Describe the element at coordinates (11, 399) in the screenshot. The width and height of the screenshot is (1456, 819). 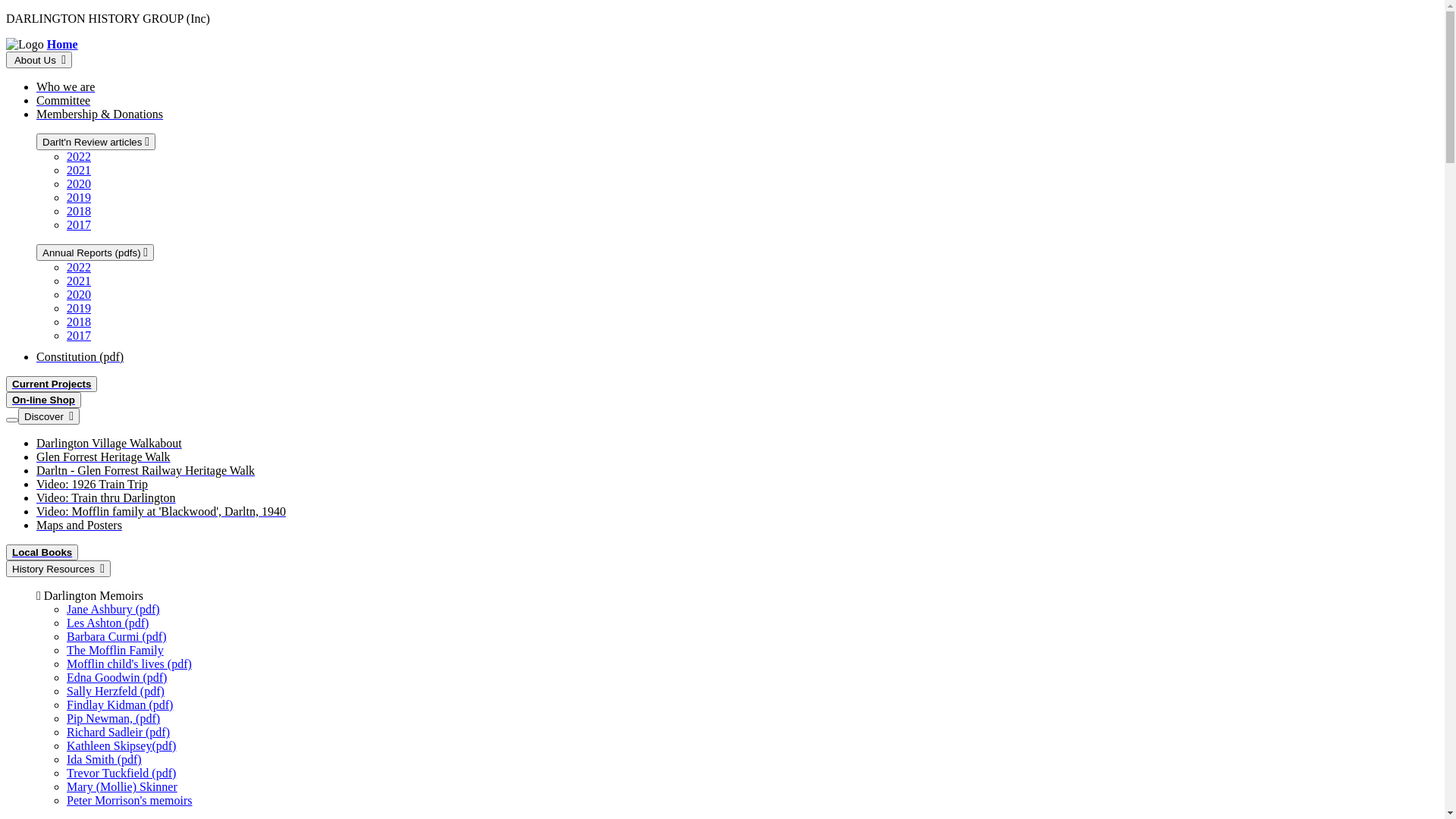
I see `'On-line Shop'` at that location.